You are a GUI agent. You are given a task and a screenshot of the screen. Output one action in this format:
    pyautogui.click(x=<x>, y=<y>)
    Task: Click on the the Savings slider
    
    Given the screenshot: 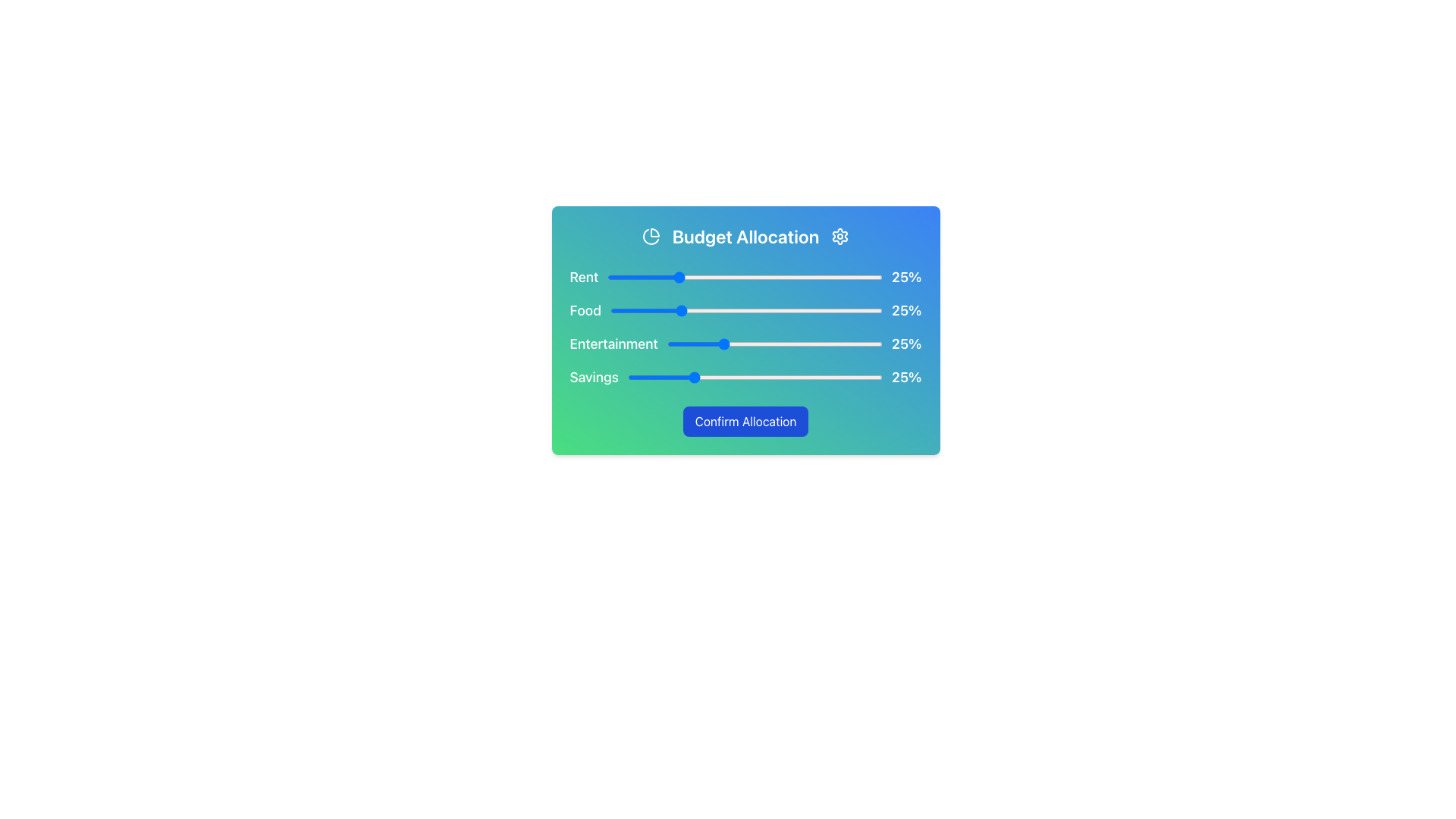 What is the action you would take?
    pyautogui.click(x=673, y=376)
    